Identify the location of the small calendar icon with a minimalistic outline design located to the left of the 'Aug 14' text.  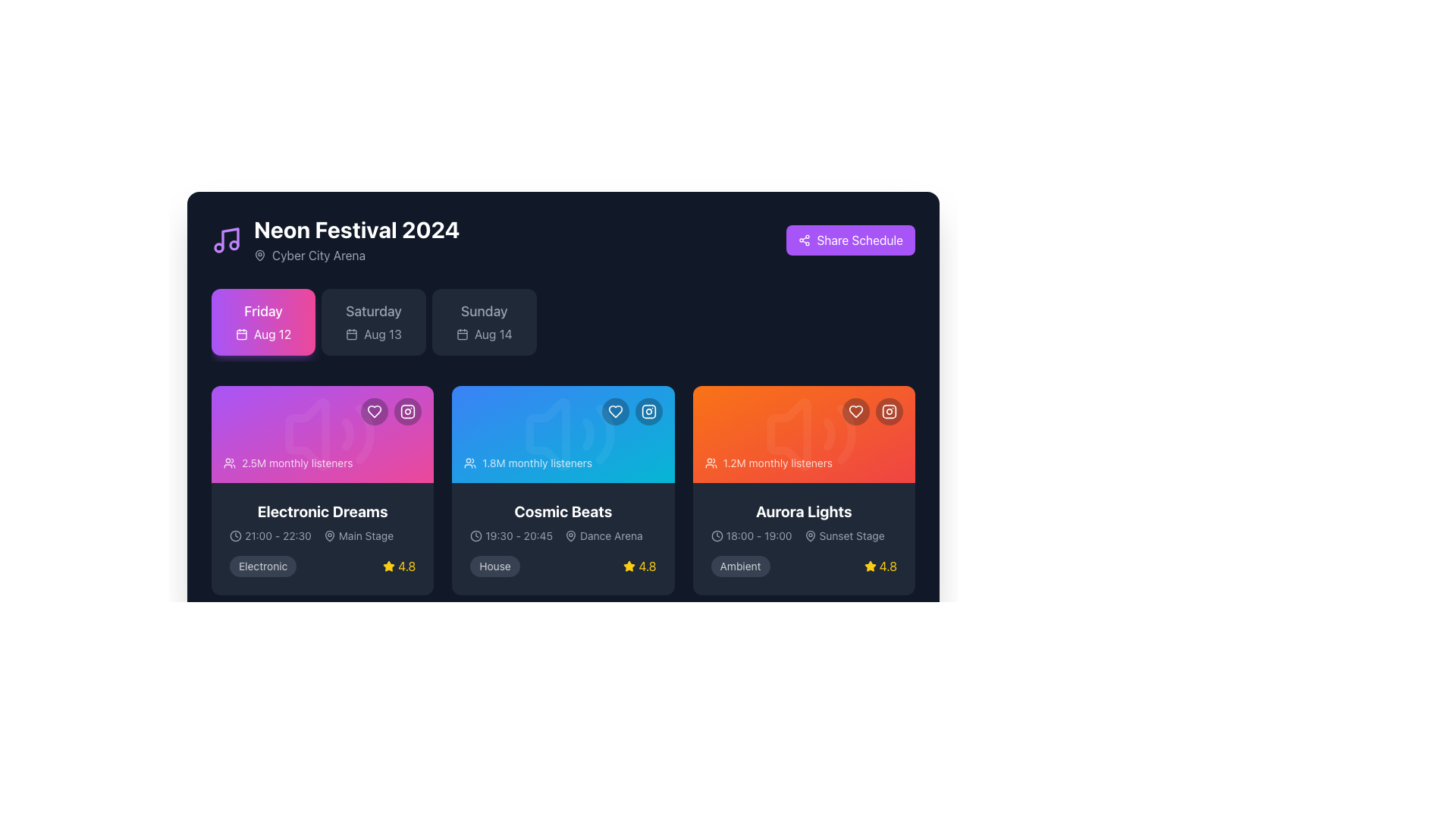
(461, 333).